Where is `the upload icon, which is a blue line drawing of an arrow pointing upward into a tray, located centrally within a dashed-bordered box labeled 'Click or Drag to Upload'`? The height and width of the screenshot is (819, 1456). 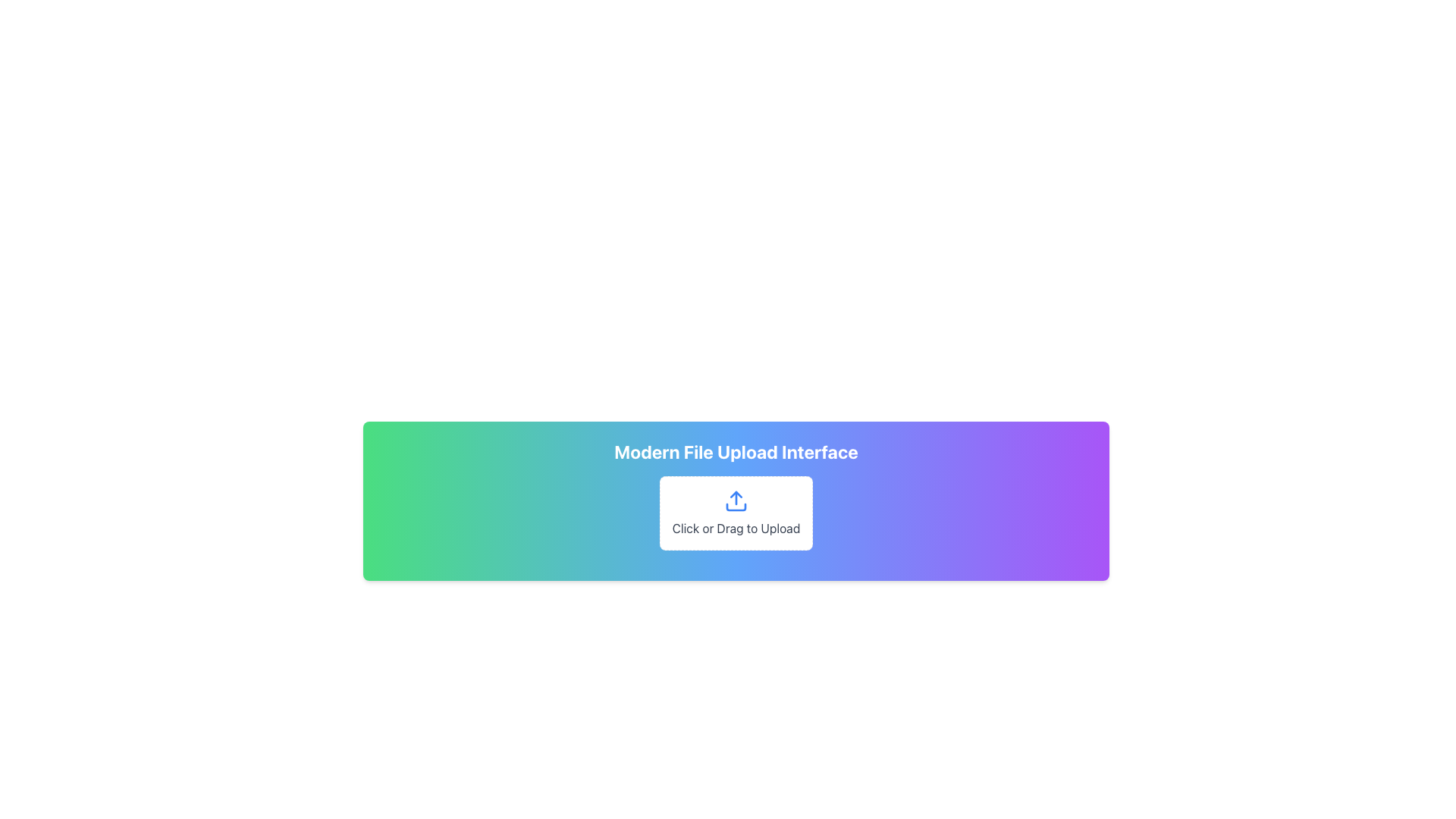 the upload icon, which is a blue line drawing of an arrow pointing upward into a tray, located centrally within a dashed-bordered box labeled 'Click or Drag to Upload' is located at coordinates (736, 500).